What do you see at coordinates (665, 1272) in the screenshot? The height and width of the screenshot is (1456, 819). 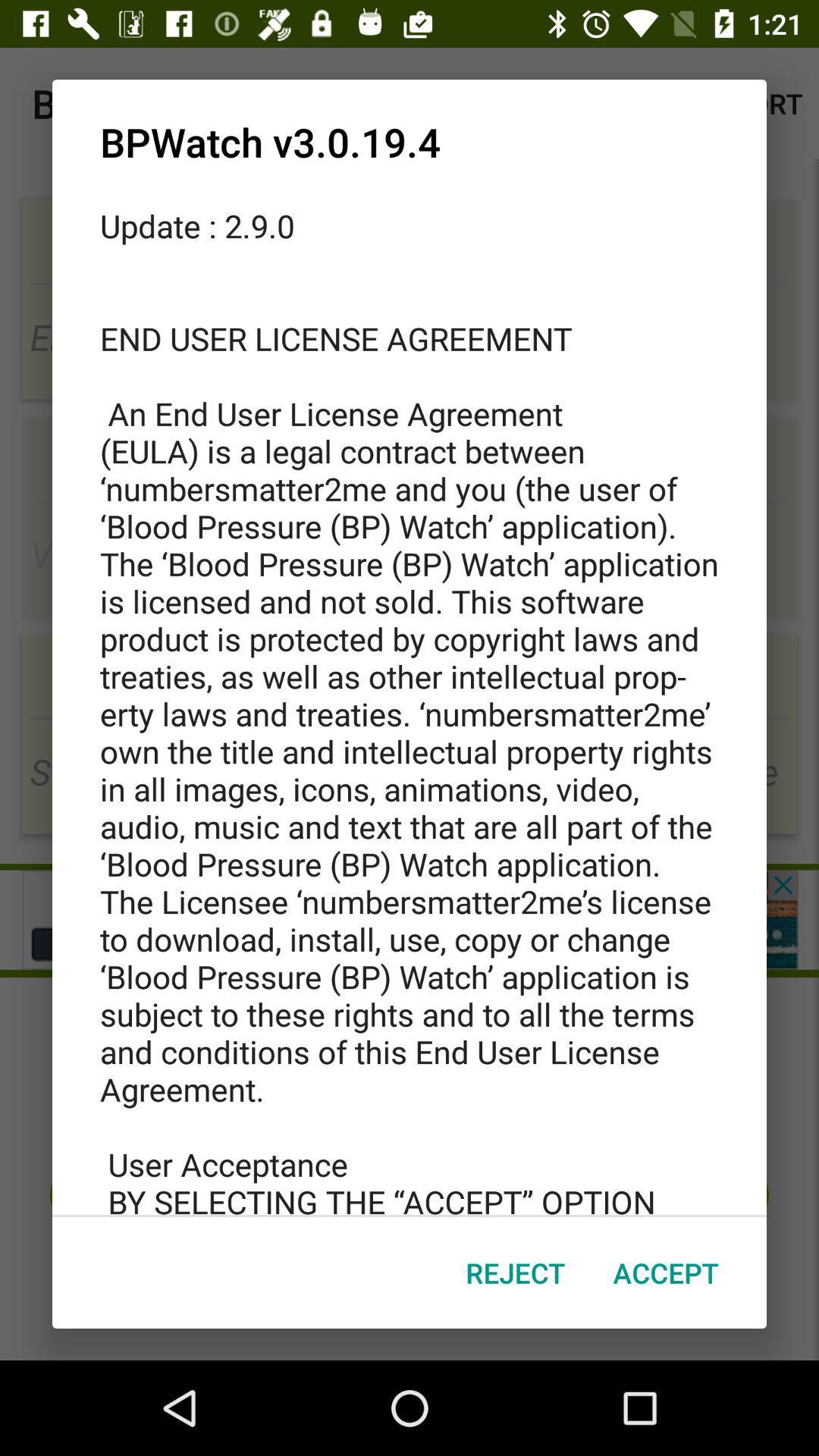 I see `icon next to the reject` at bounding box center [665, 1272].